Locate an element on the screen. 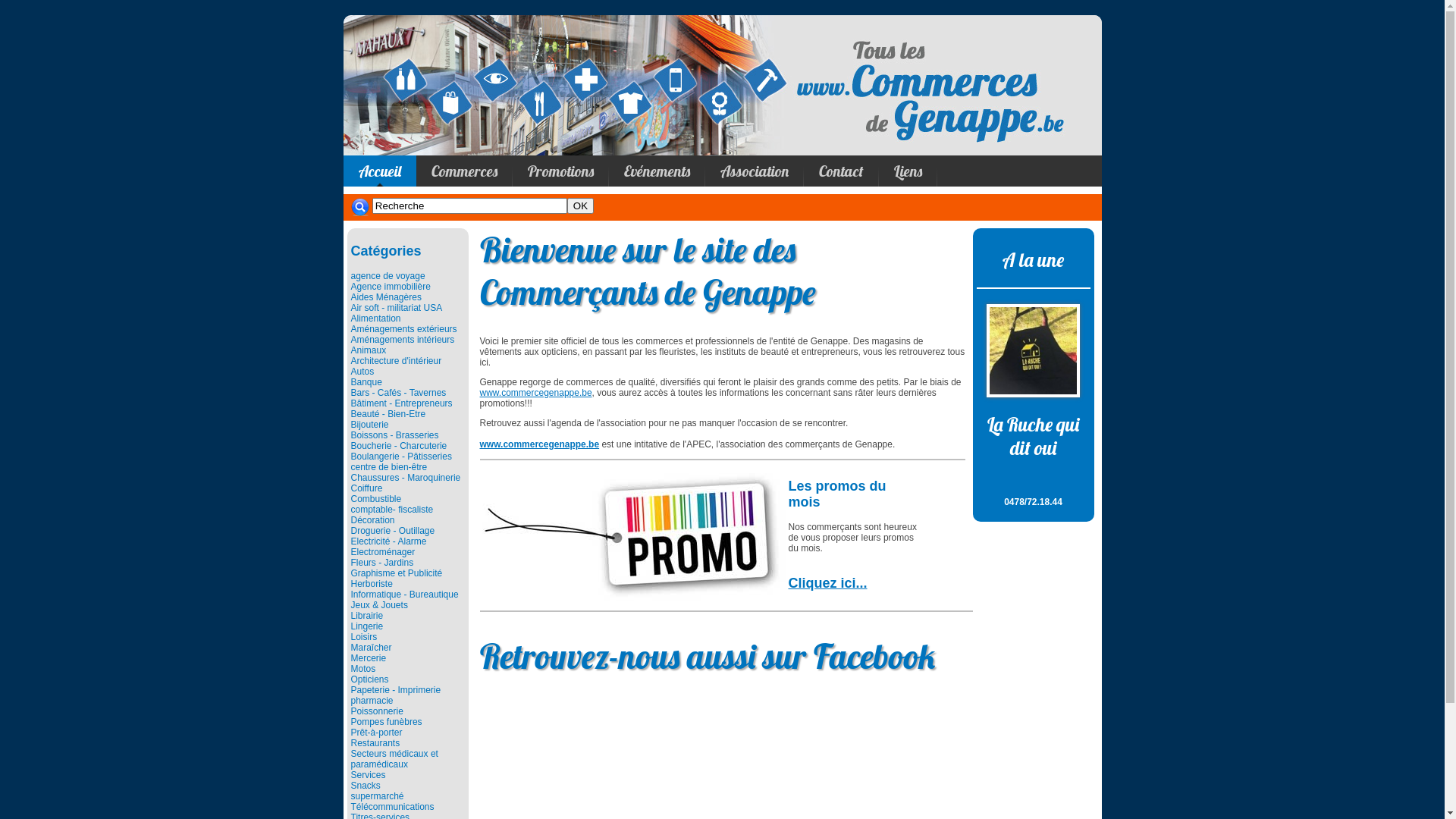 This screenshot has height=819, width=1456. 'Alimentation' is located at coordinates (375, 318).